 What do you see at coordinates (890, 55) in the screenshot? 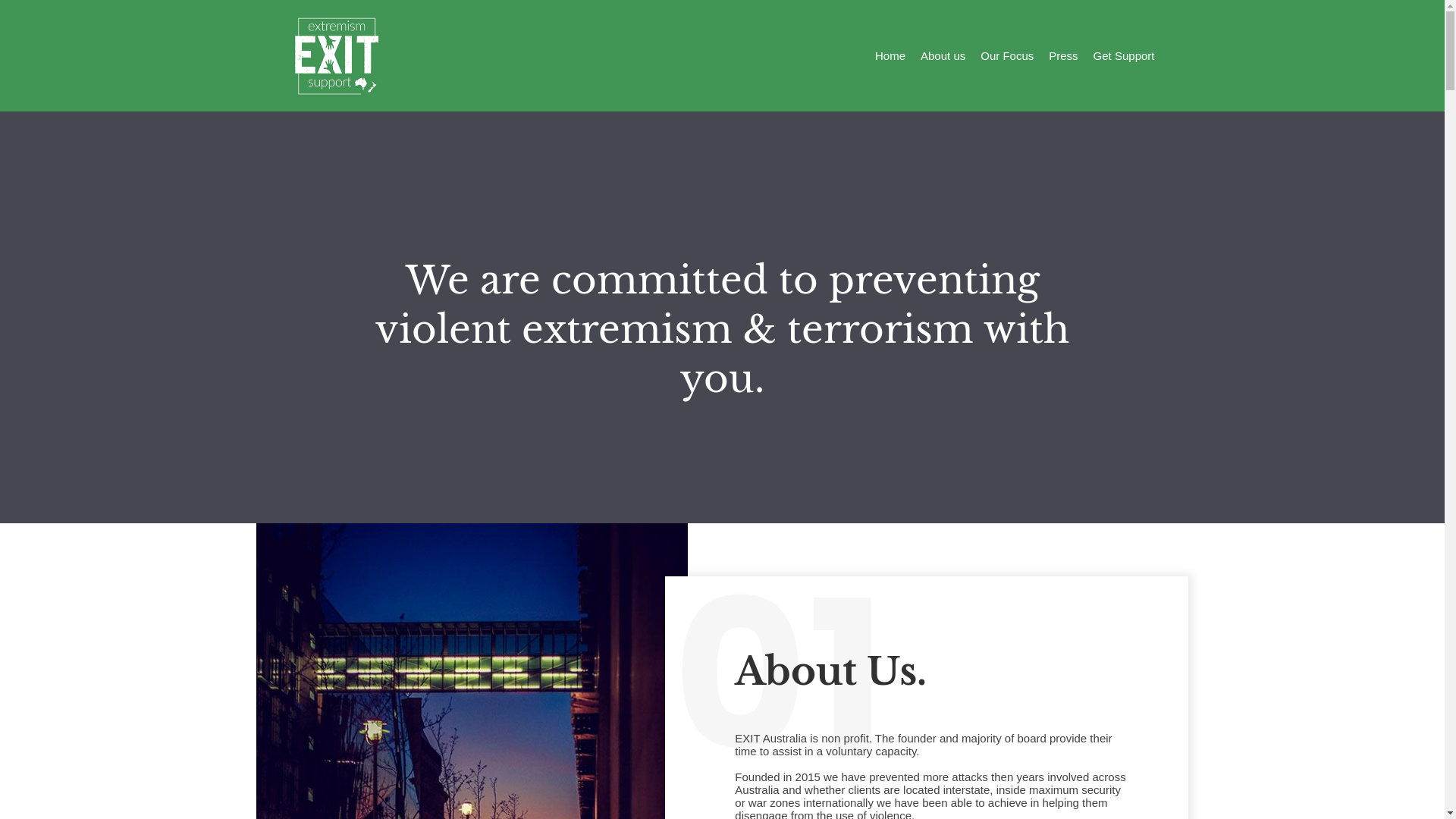
I see `'Home'` at bounding box center [890, 55].